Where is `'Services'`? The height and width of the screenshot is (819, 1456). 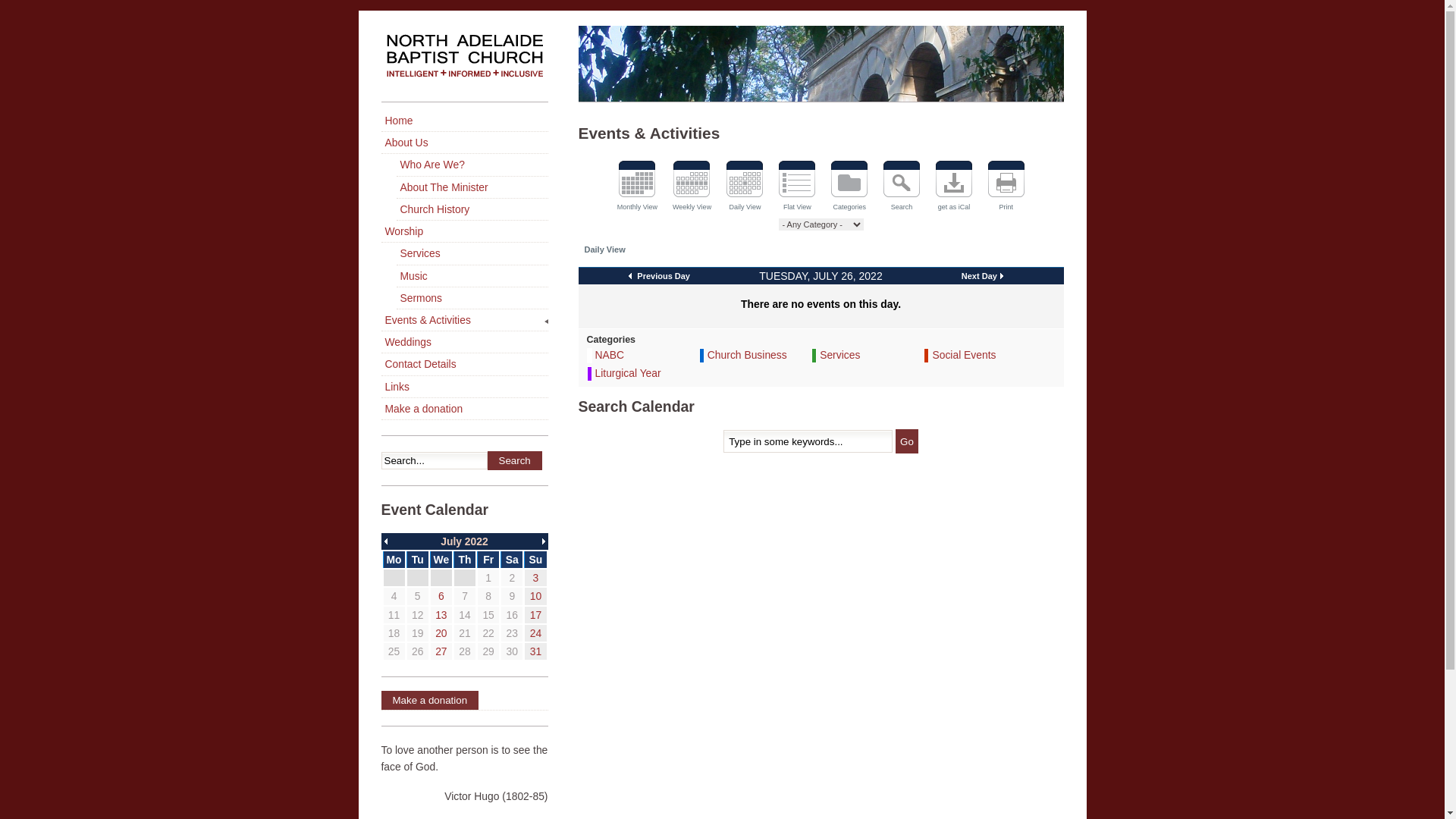 'Services' is located at coordinates (471, 253).